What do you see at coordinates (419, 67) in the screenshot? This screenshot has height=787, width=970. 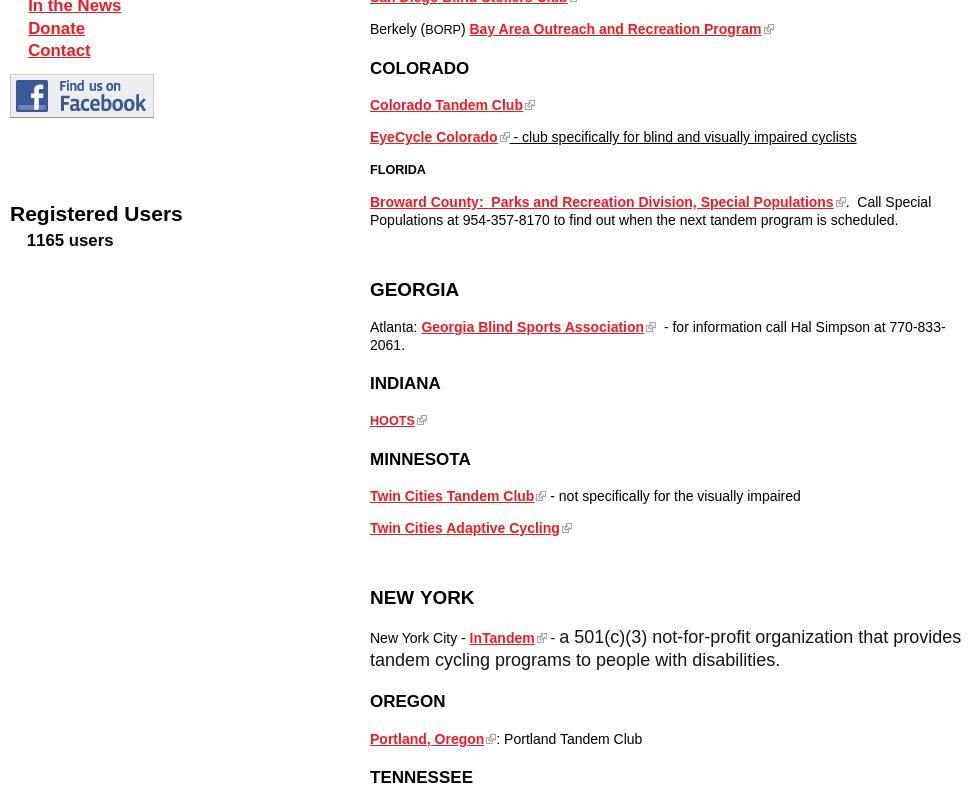 I see `'COLORADO'` at bounding box center [419, 67].